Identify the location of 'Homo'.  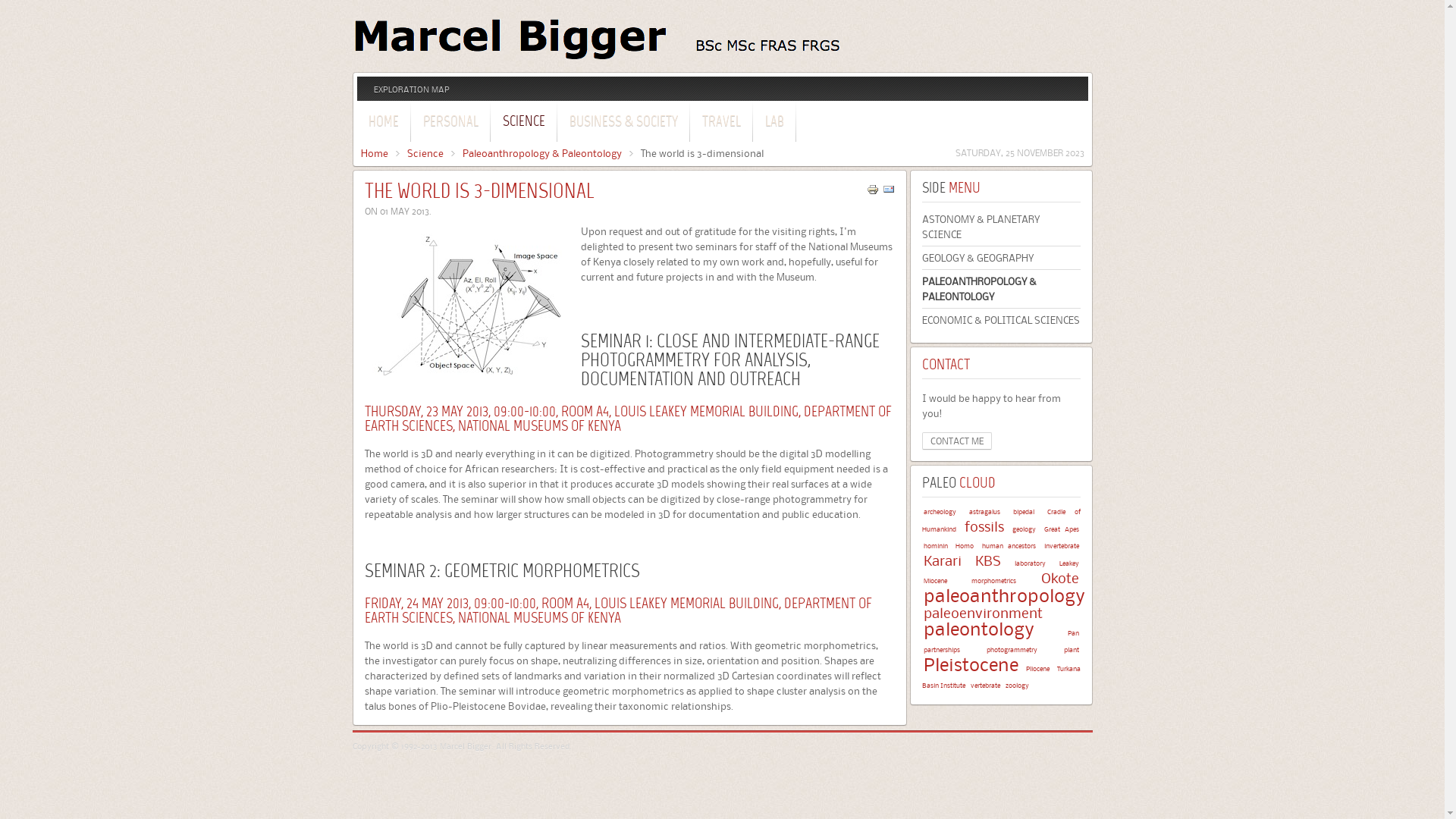
(964, 544).